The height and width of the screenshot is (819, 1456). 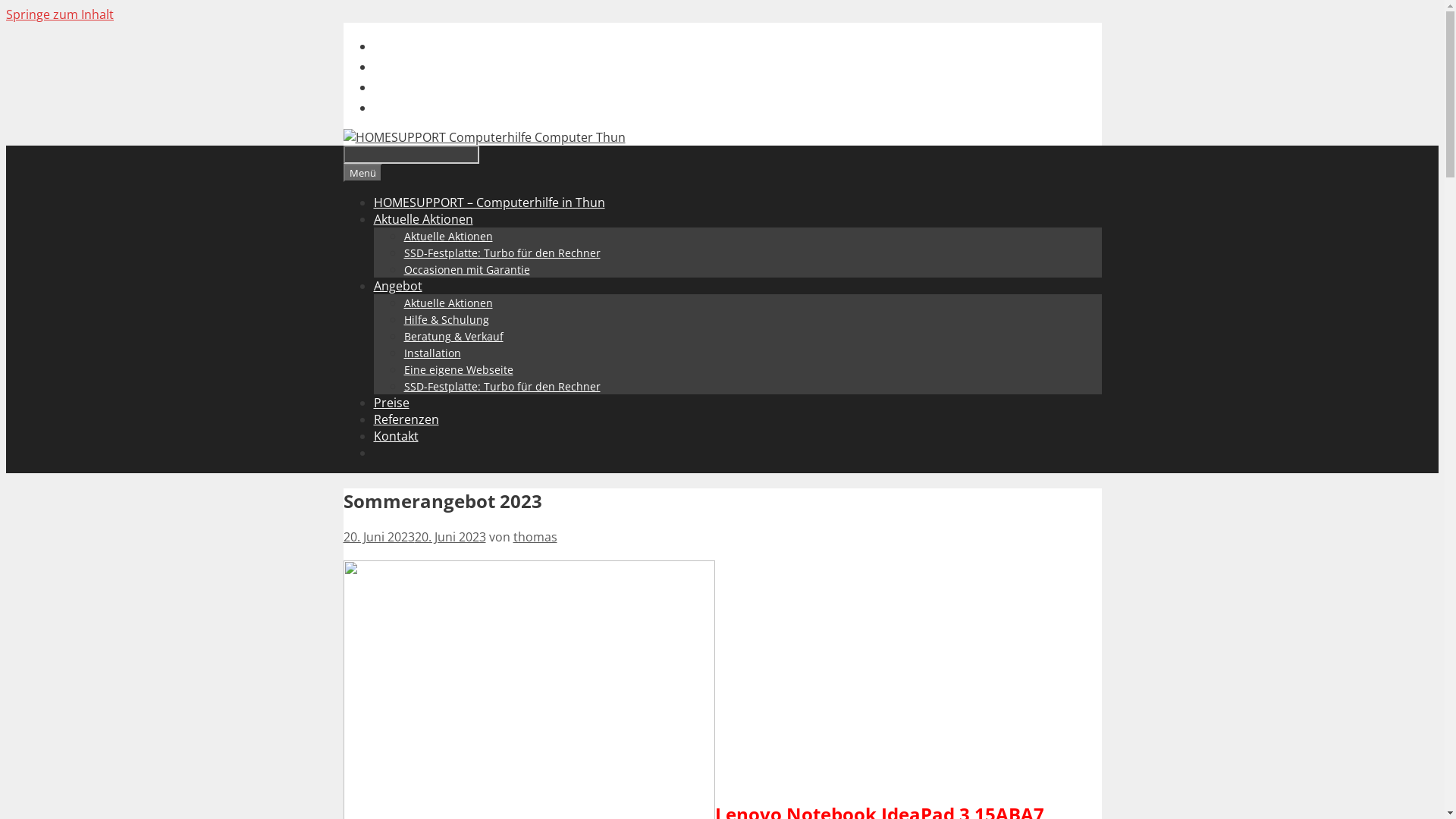 I want to click on 'Preise', so click(x=372, y=402).